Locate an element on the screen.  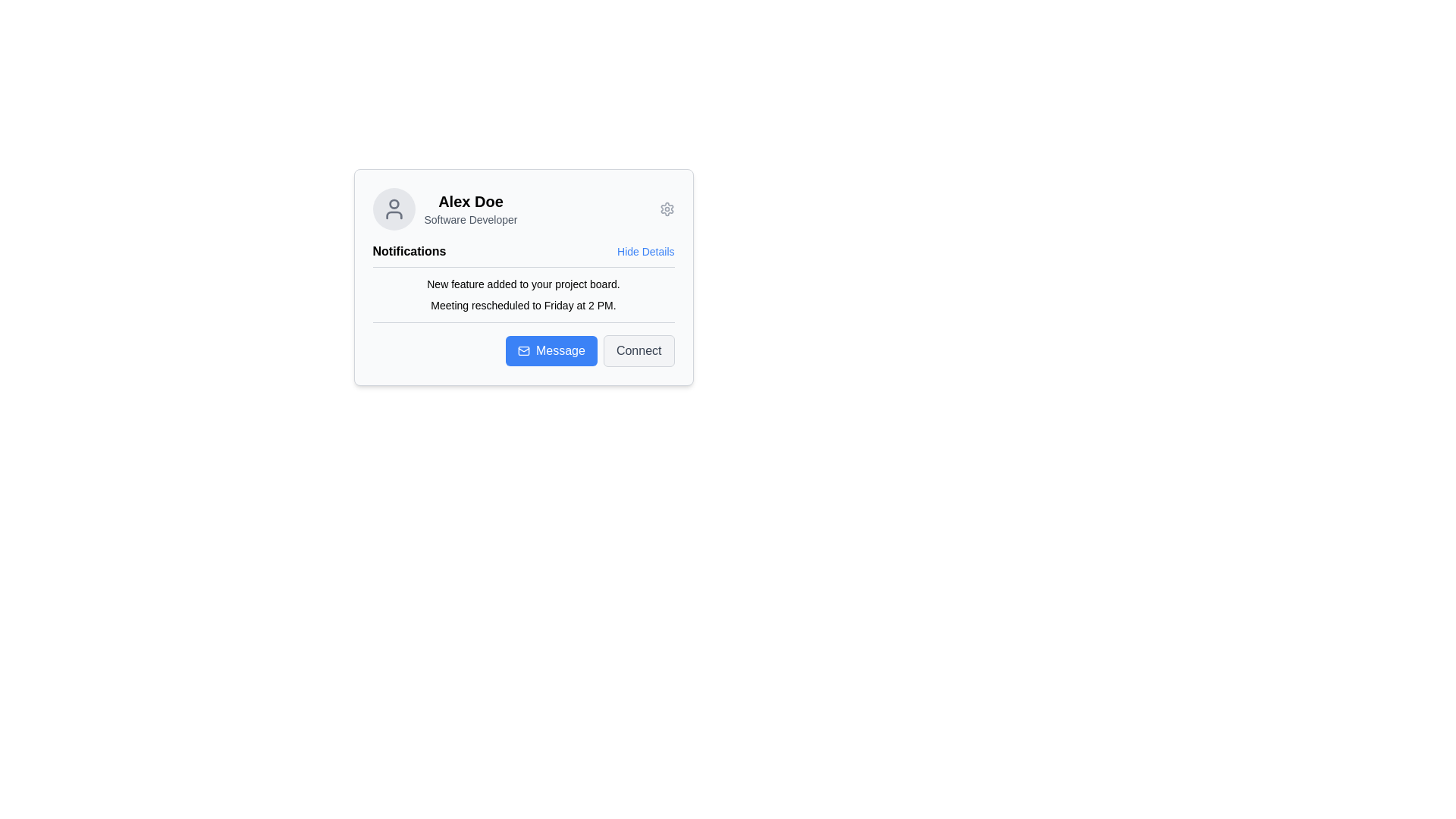
the 'Message' button located in the toolbar at the bottom of the card interface is located at coordinates (551, 350).